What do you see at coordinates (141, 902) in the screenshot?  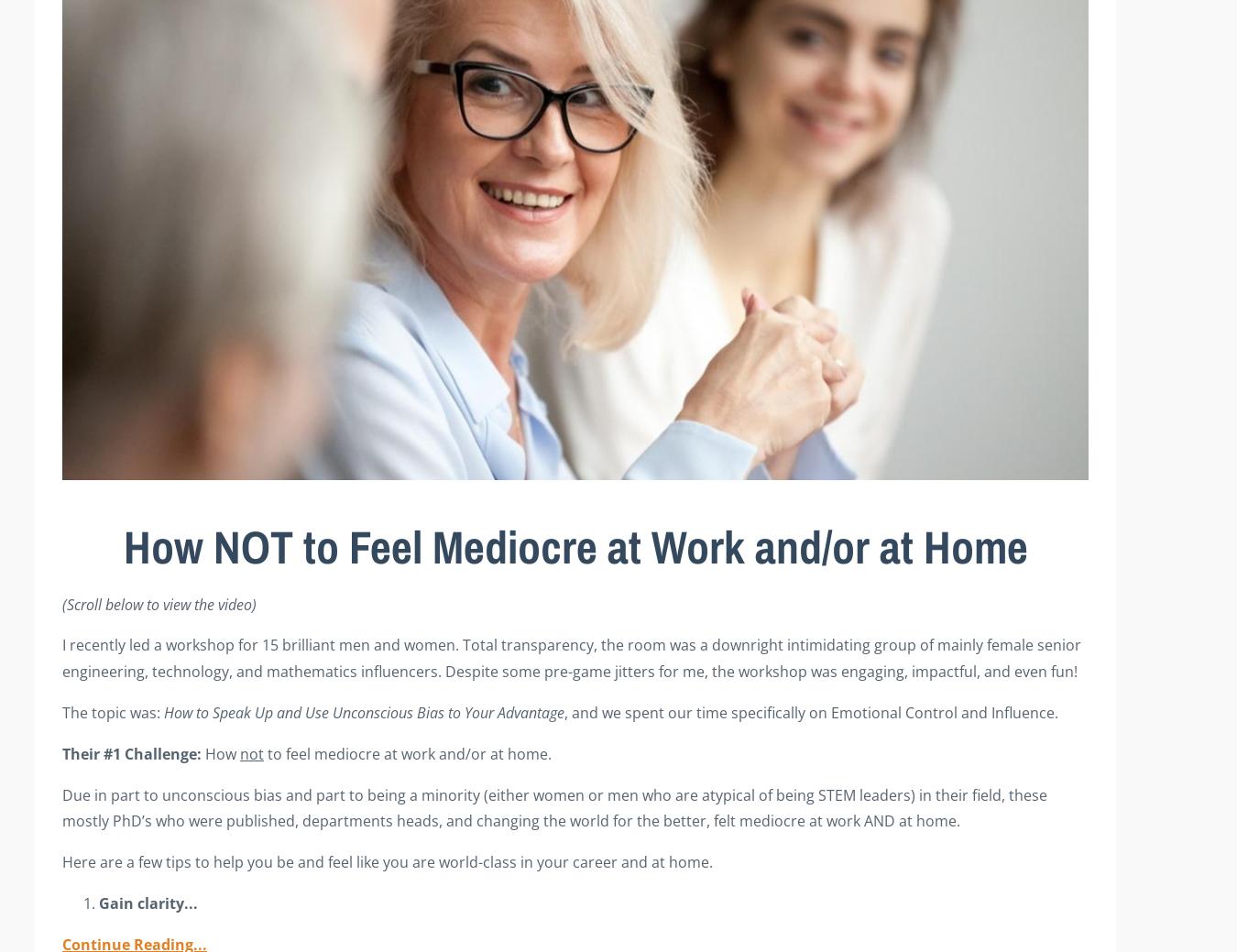 I see `'Gain clarity'` at bounding box center [141, 902].